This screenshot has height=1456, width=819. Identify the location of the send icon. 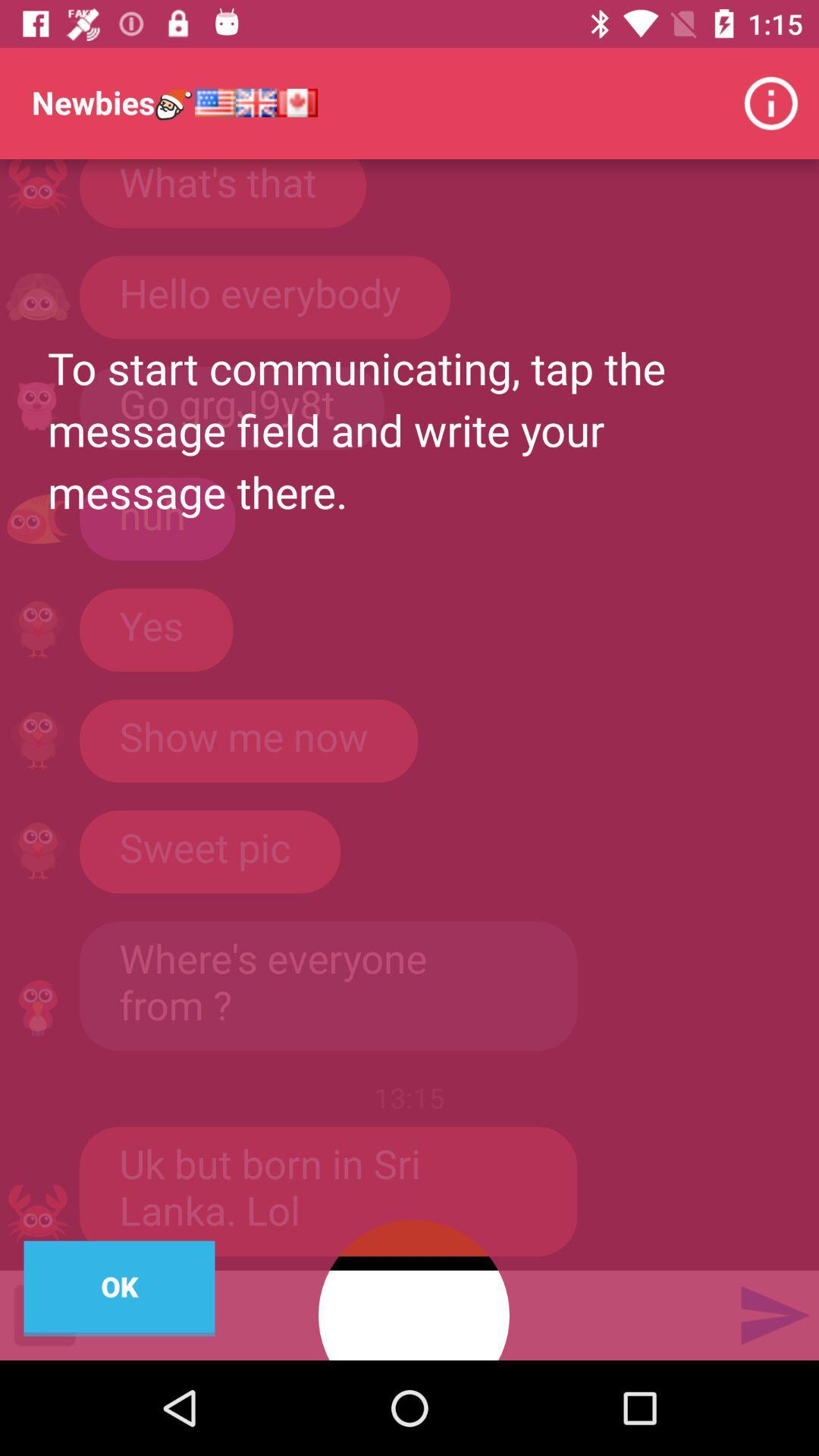
(773, 1314).